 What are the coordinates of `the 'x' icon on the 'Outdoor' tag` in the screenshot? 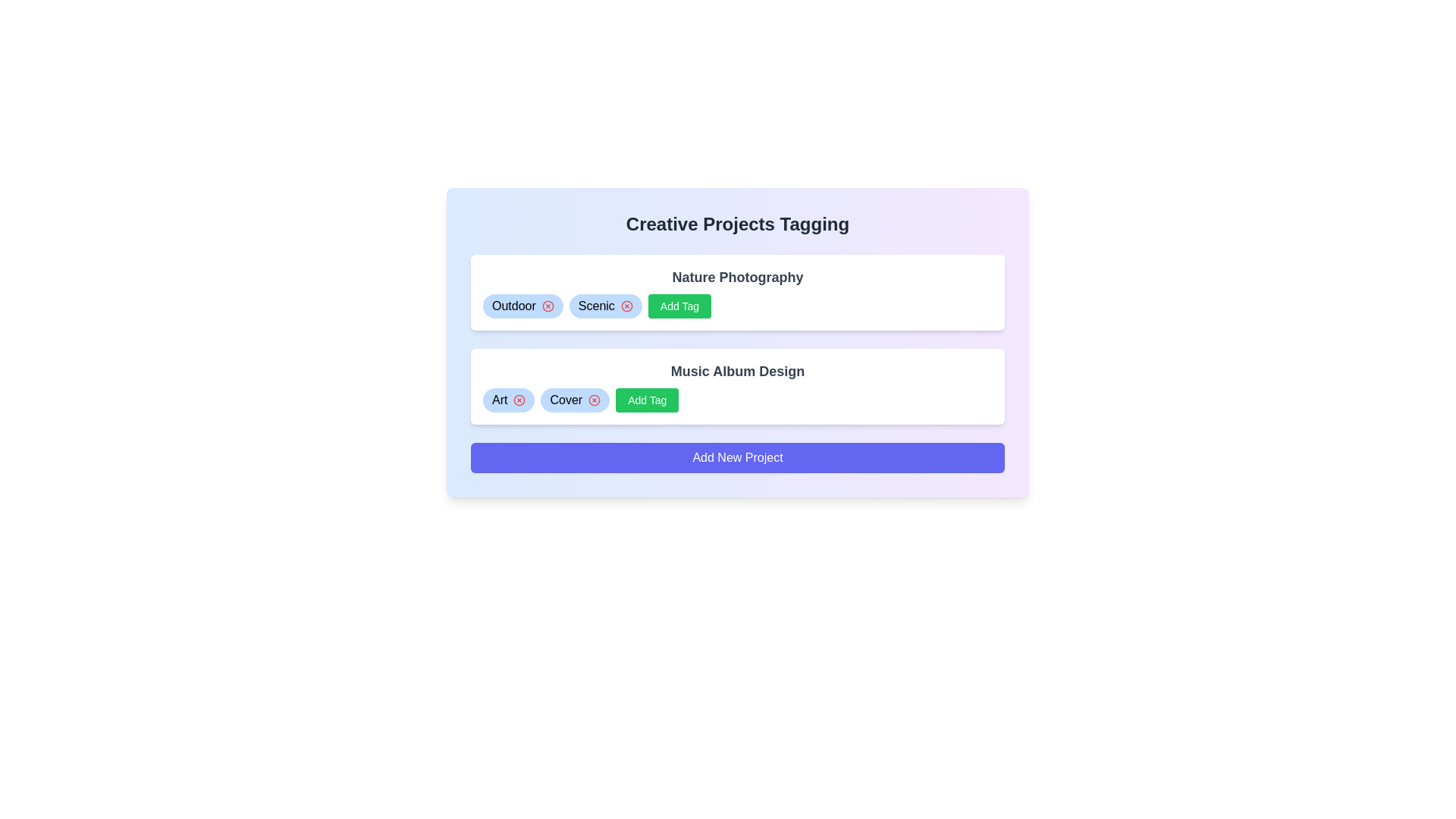 It's located at (522, 306).